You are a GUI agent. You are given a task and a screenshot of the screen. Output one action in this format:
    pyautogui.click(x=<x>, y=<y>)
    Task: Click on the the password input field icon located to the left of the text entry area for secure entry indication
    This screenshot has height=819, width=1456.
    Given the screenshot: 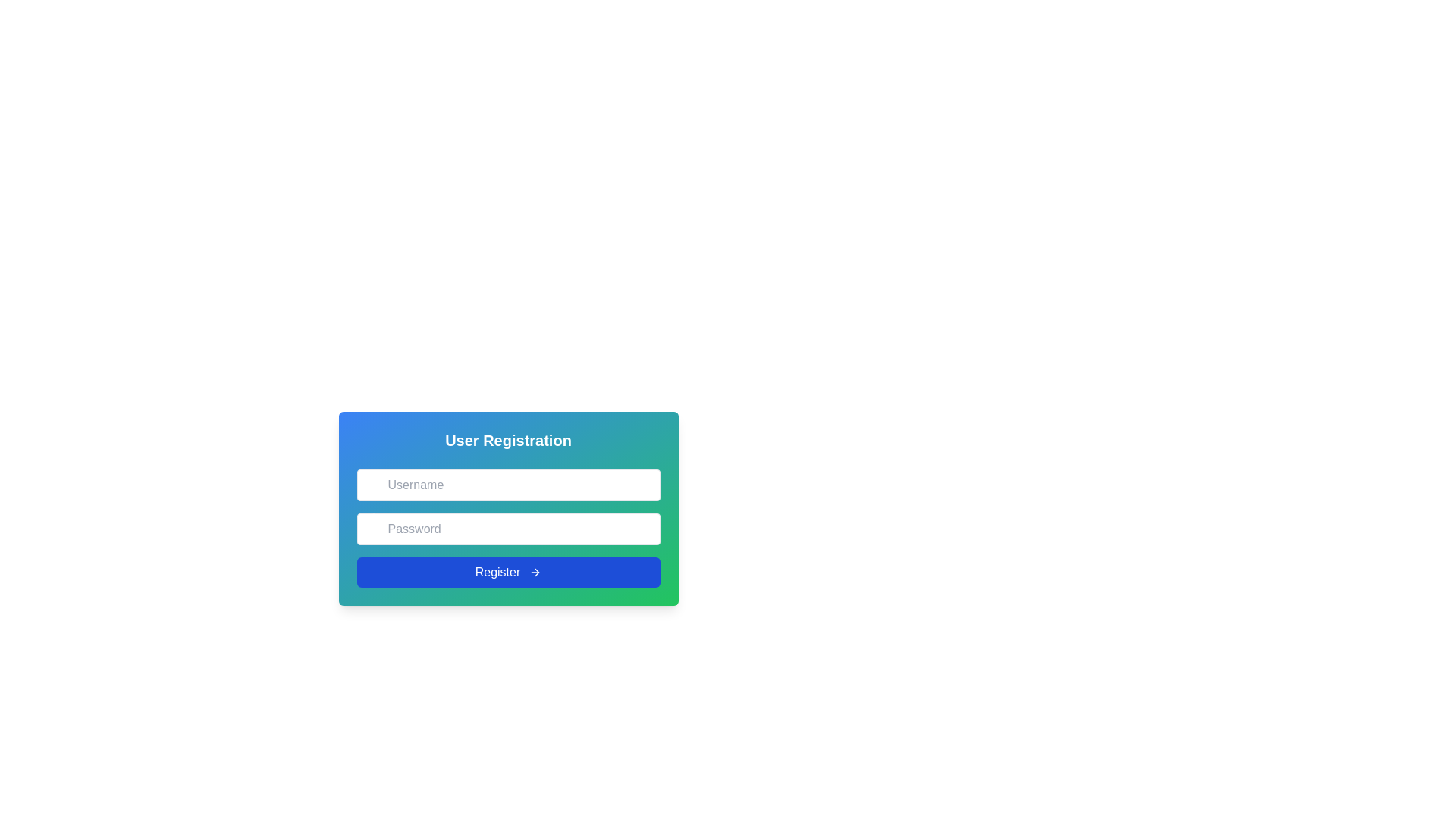 What is the action you would take?
    pyautogui.click(x=373, y=519)
    